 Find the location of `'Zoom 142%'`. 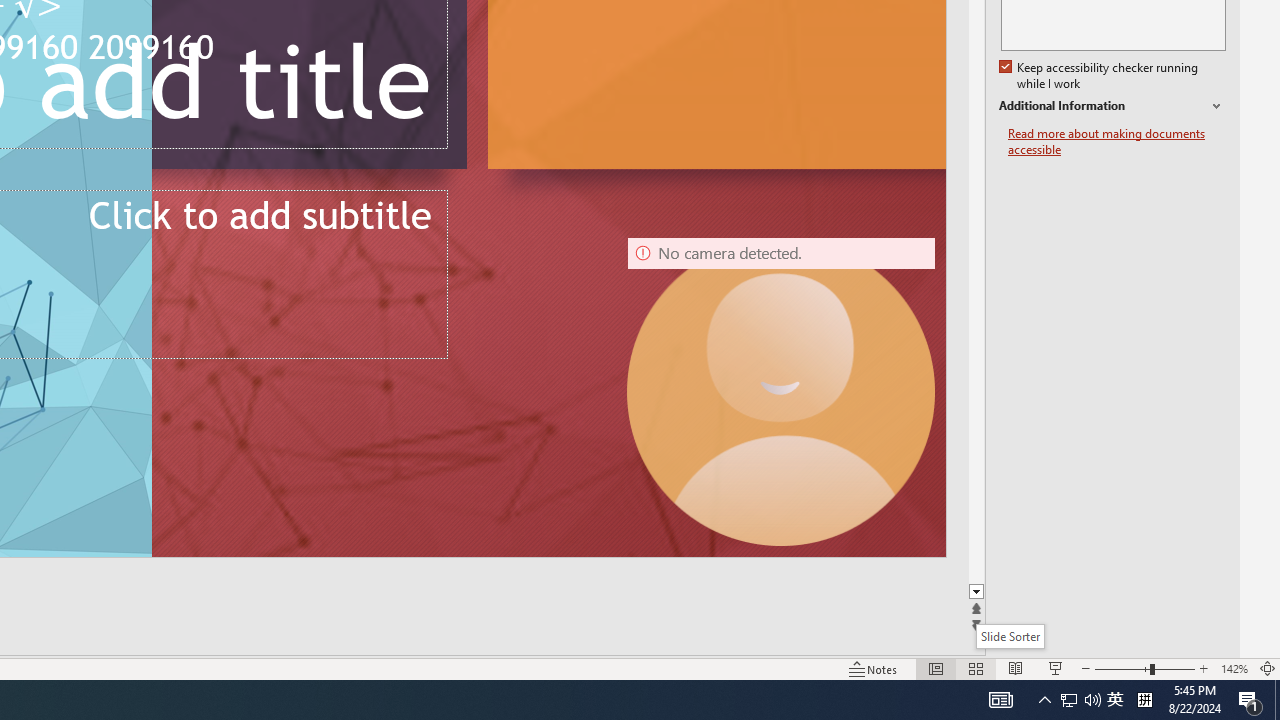

'Zoom 142%' is located at coordinates (1233, 669).